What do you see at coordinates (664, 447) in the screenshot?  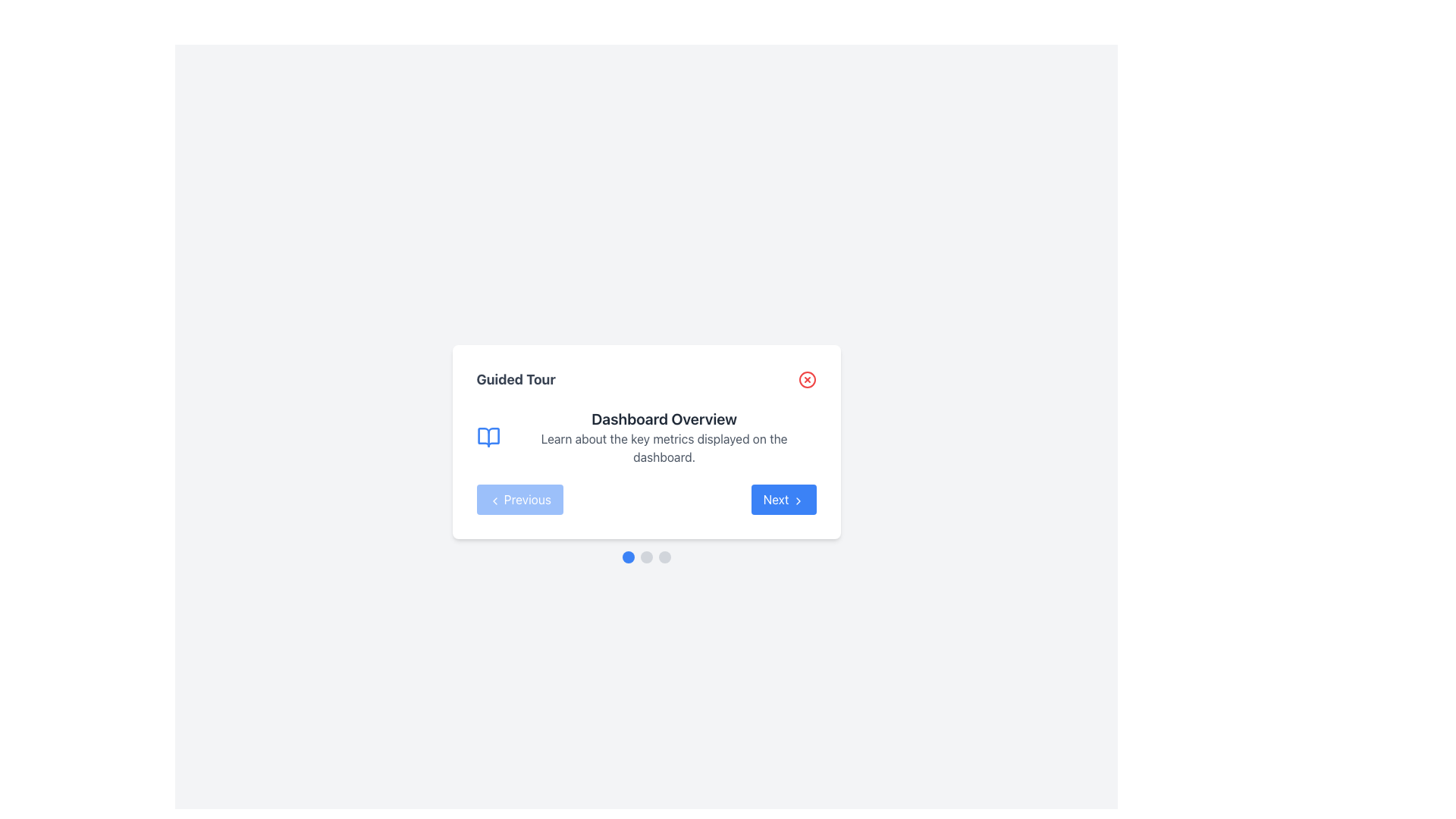 I see `the text block displaying 'Learn about the key metrics displayed on the dashboard.' which is located underneath the title 'Dashboard Overview'` at bounding box center [664, 447].